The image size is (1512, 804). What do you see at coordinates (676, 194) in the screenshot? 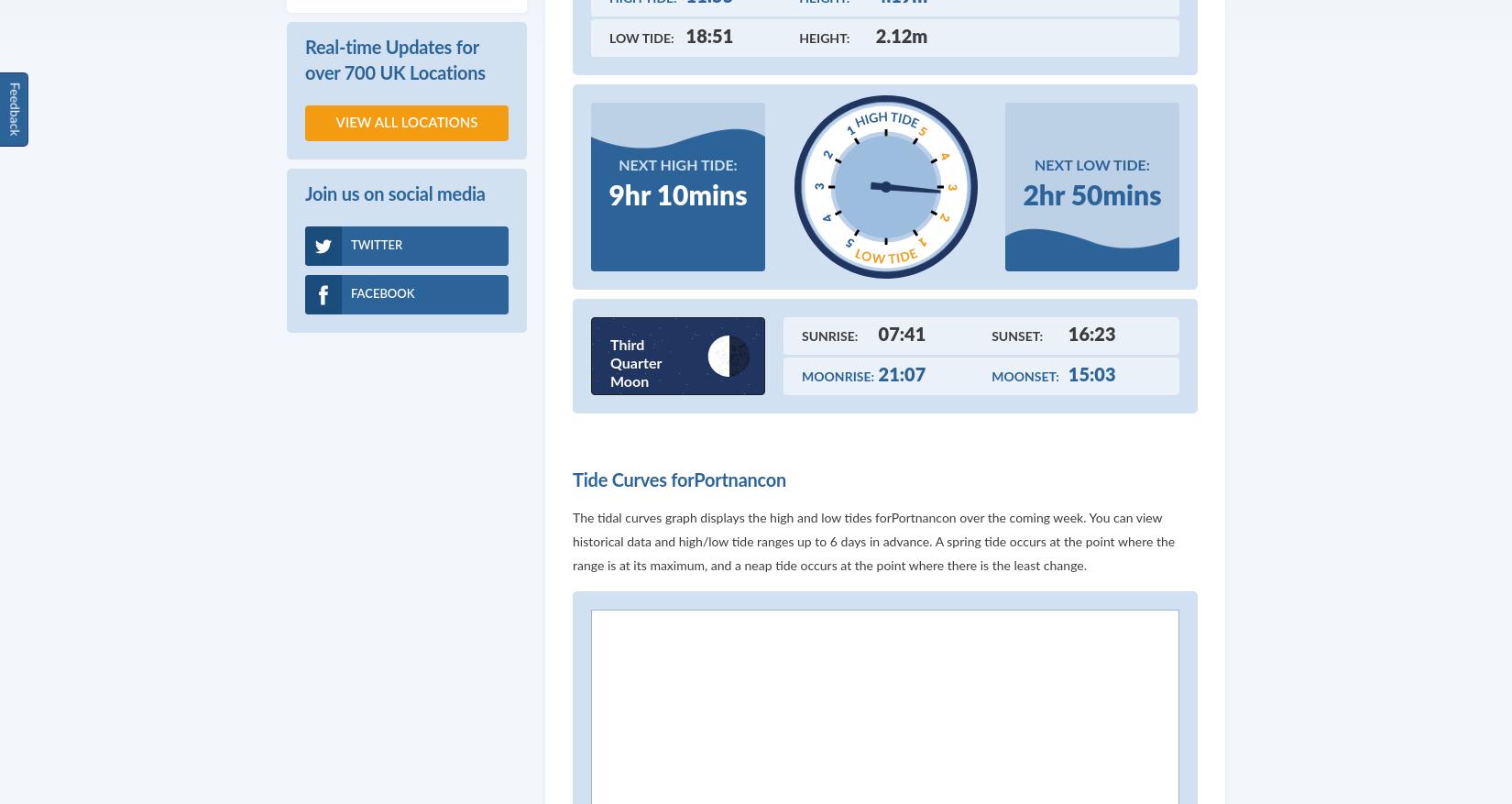
I see `'9hr 10mins'` at bounding box center [676, 194].